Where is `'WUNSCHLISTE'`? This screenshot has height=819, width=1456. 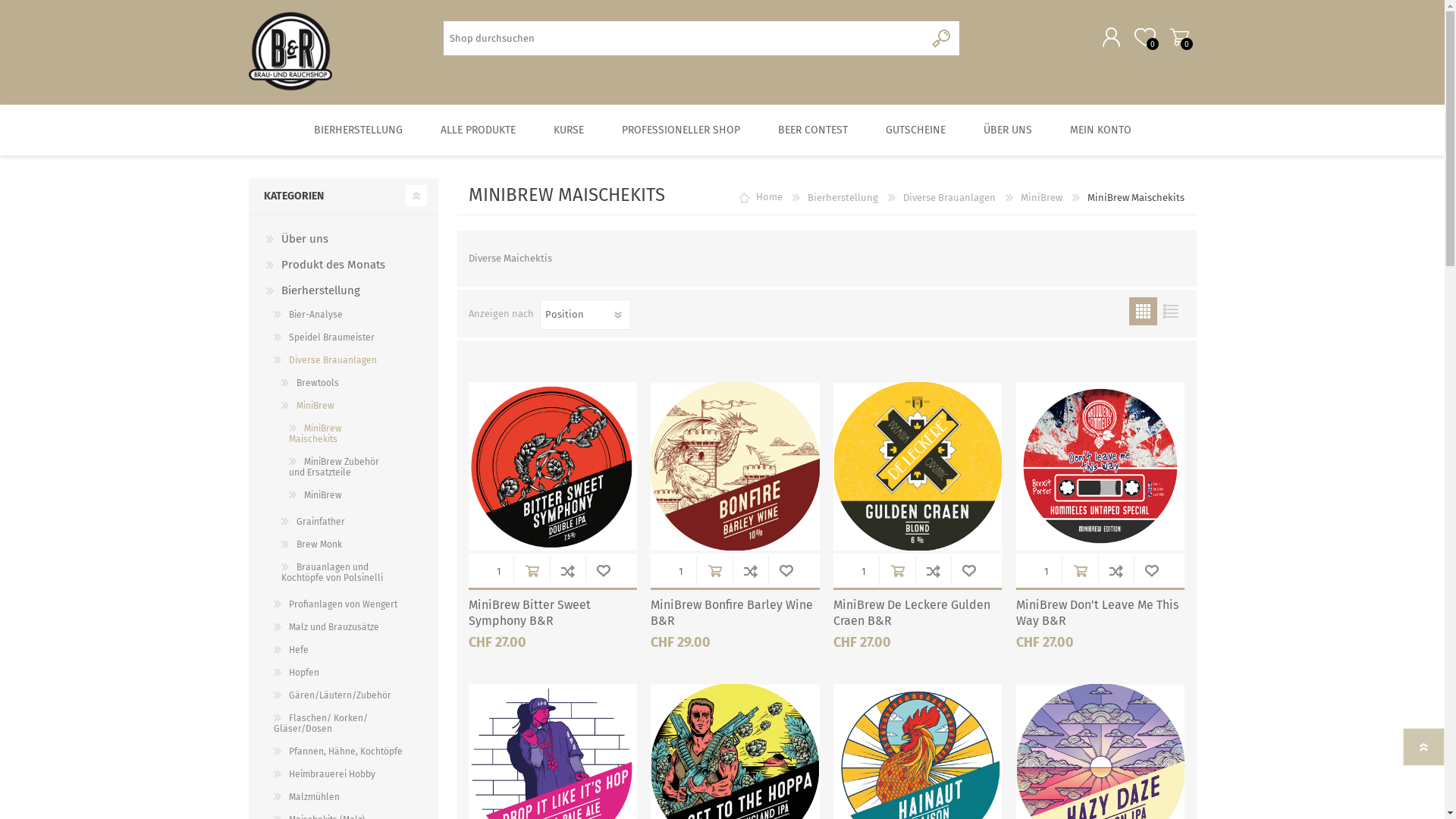
'WUNSCHLISTE' is located at coordinates (602, 570).